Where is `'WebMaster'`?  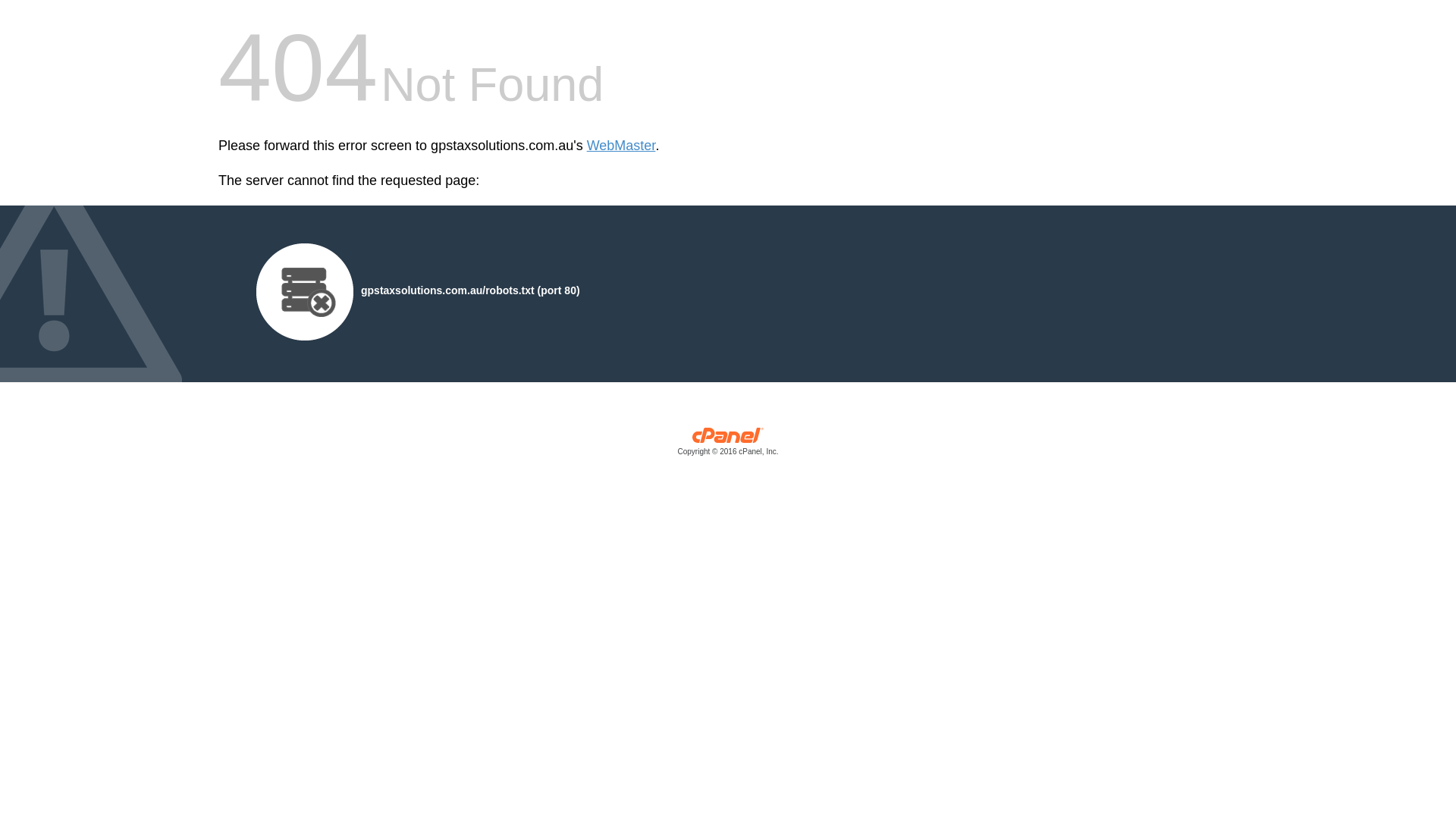
'WebMaster' is located at coordinates (621, 146).